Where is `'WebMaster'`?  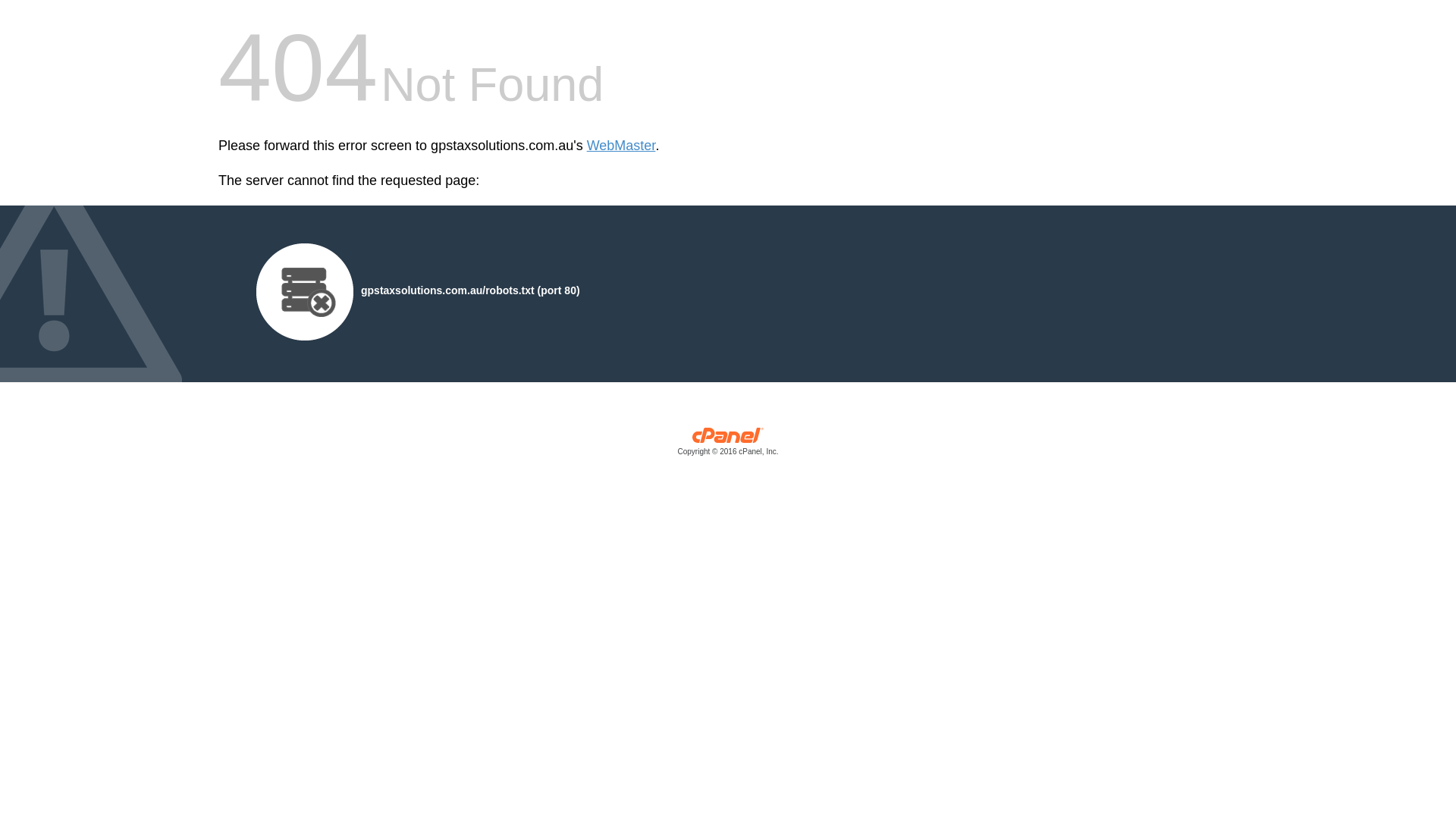
'WebMaster' is located at coordinates (621, 146).